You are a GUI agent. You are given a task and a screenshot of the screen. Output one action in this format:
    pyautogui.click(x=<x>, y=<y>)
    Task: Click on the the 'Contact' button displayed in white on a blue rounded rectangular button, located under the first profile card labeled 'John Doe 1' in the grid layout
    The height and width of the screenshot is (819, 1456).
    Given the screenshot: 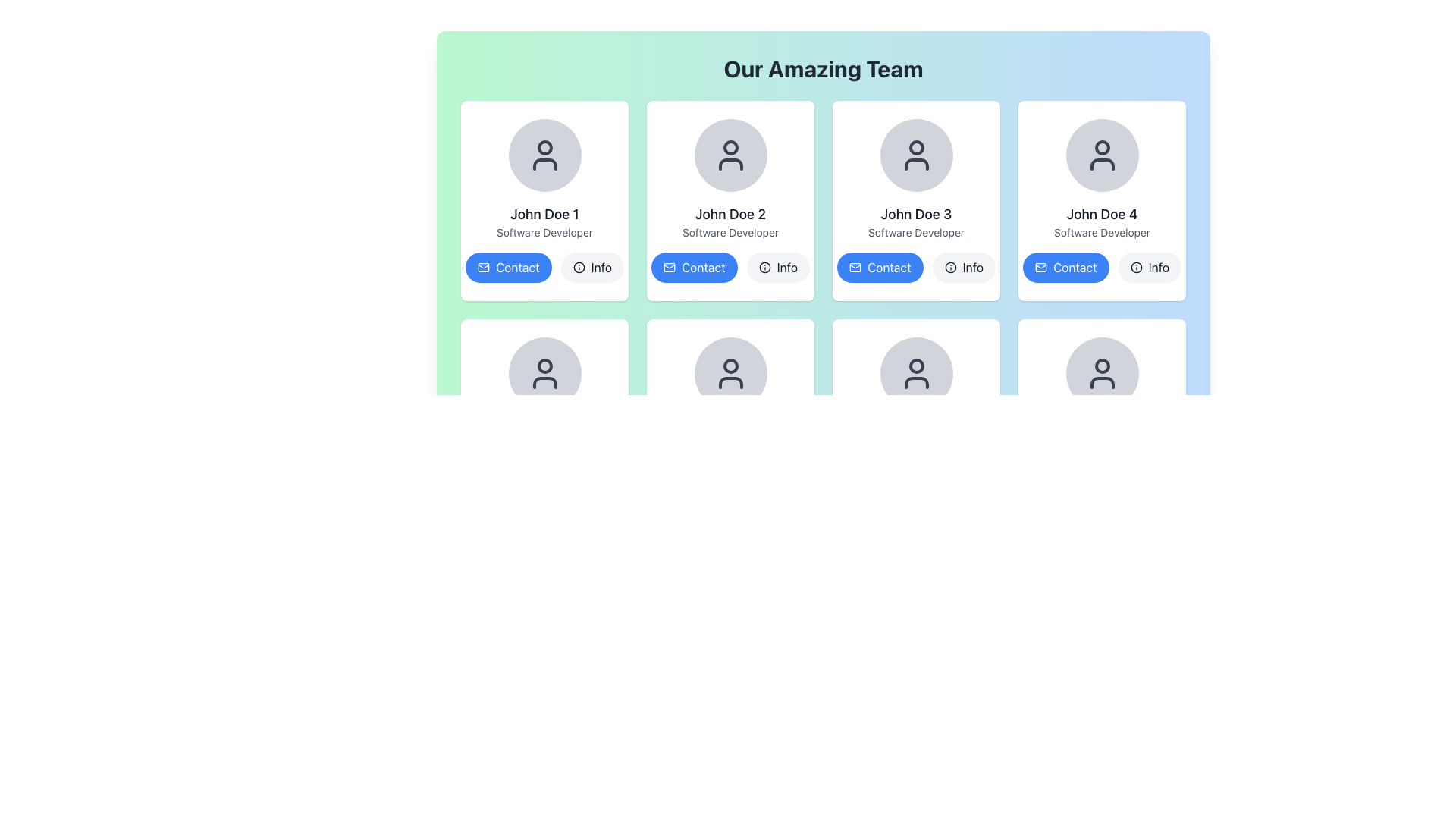 What is the action you would take?
    pyautogui.click(x=517, y=267)
    